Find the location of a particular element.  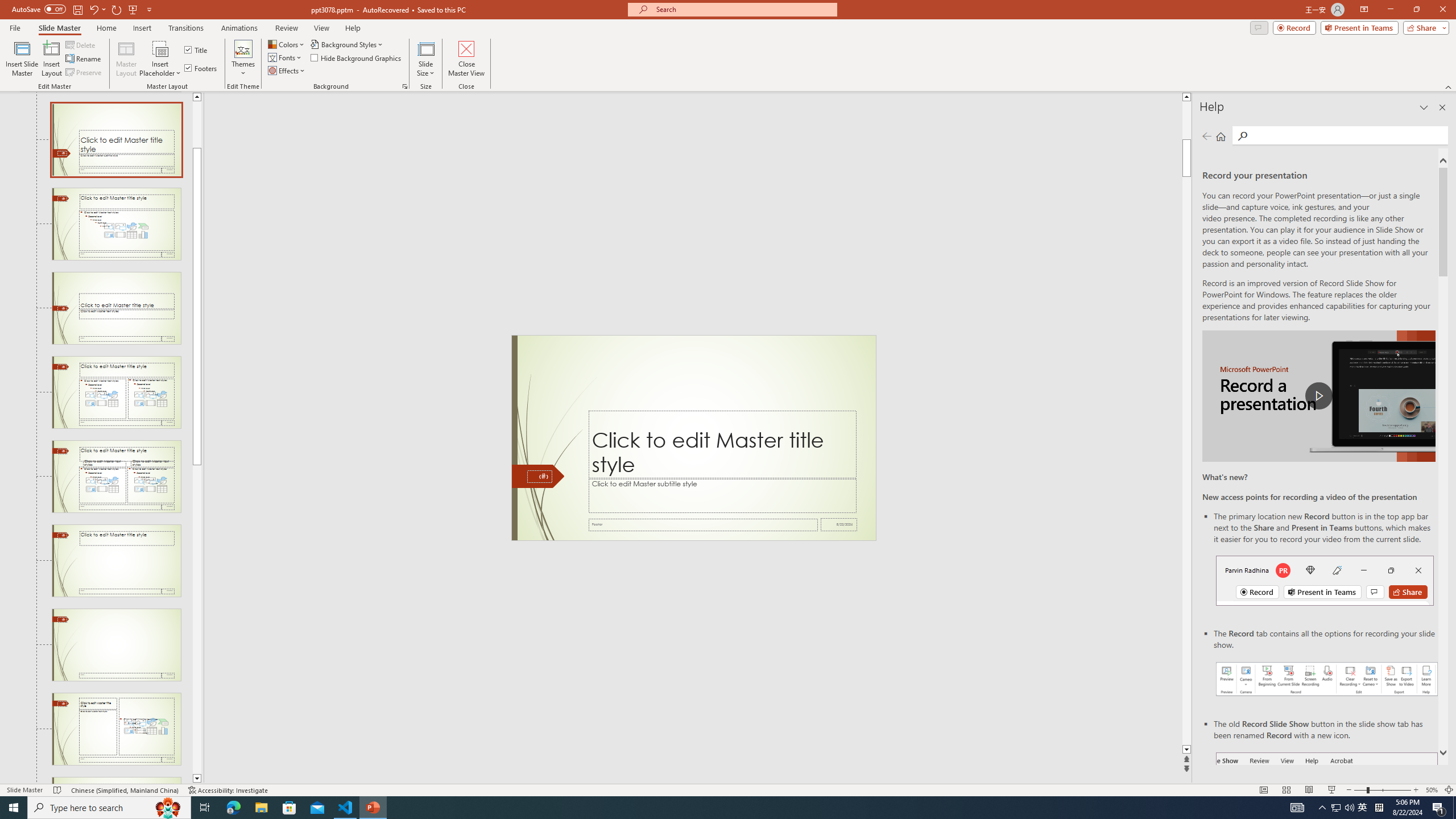

'Rename' is located at coordinates (84, 59).